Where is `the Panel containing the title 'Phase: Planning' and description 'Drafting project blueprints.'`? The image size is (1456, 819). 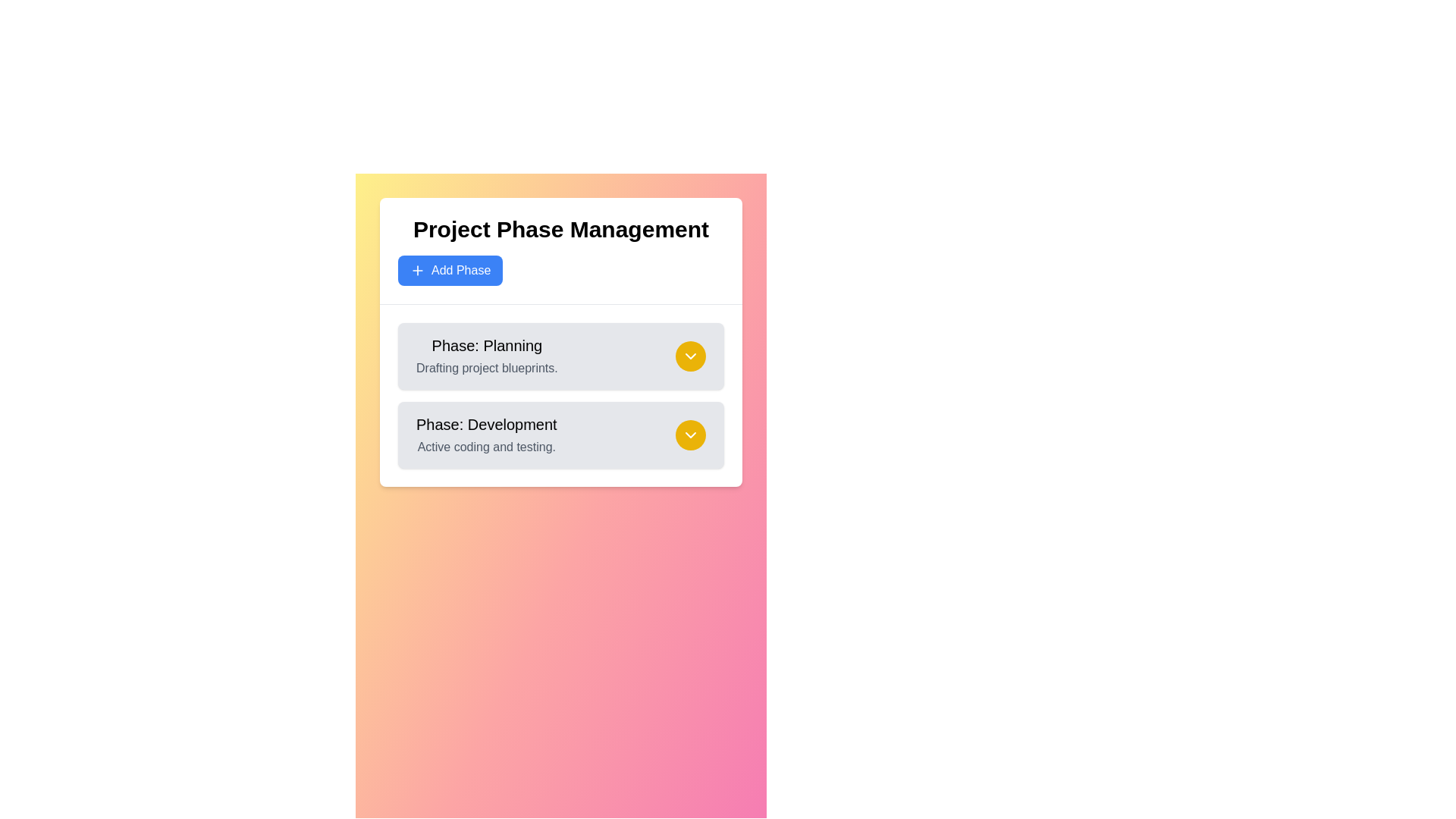 the Panel containing the title 'Phase: Planning' and description 'Drafting project blueprints.' is located at coordinates (560, 356).